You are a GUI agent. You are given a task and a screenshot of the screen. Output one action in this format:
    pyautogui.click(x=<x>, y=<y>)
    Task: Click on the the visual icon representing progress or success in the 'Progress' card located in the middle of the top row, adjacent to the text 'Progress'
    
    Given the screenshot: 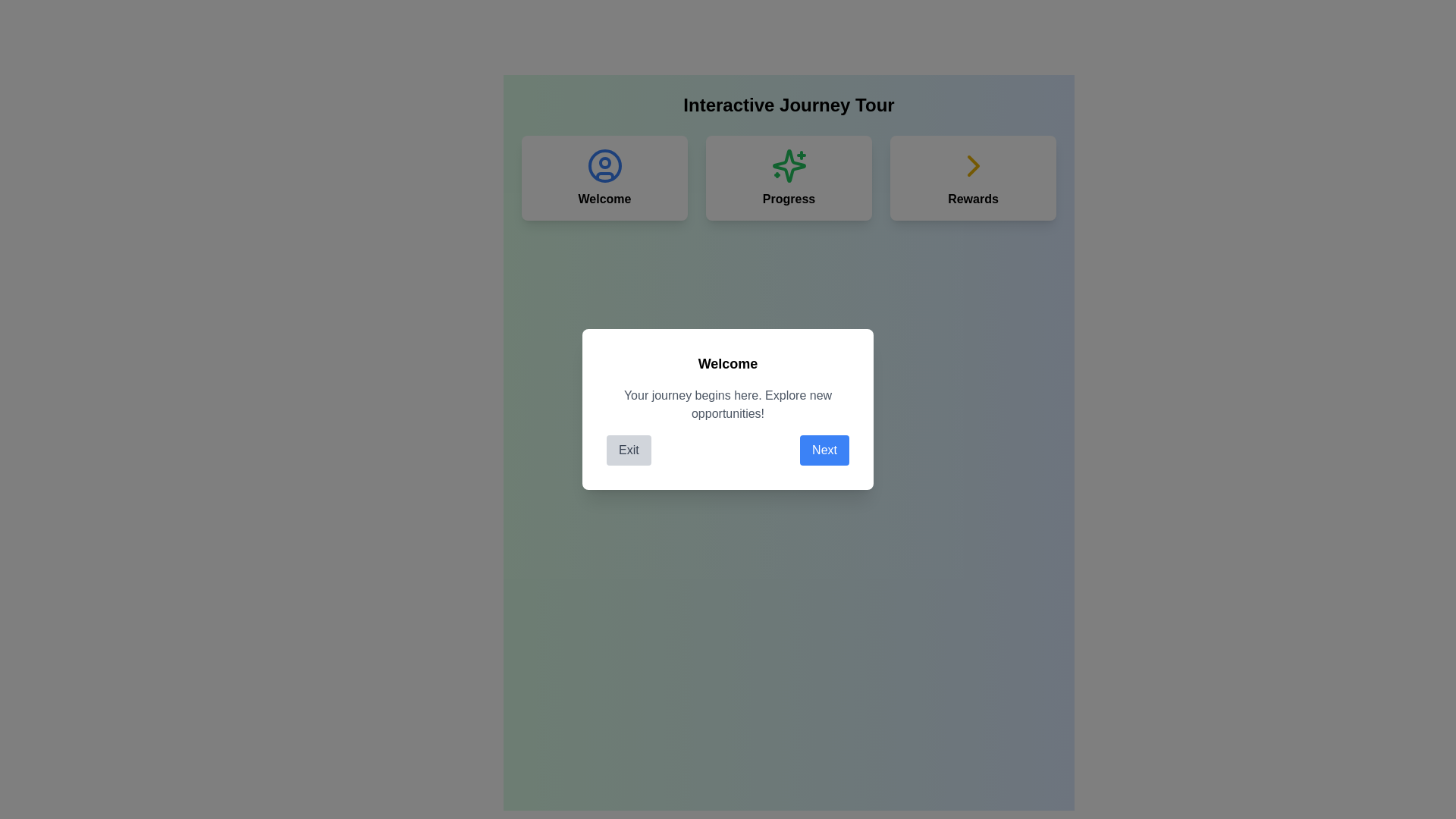 What is the action you would take?
    pyautogui.click(x=789, y=166)
    